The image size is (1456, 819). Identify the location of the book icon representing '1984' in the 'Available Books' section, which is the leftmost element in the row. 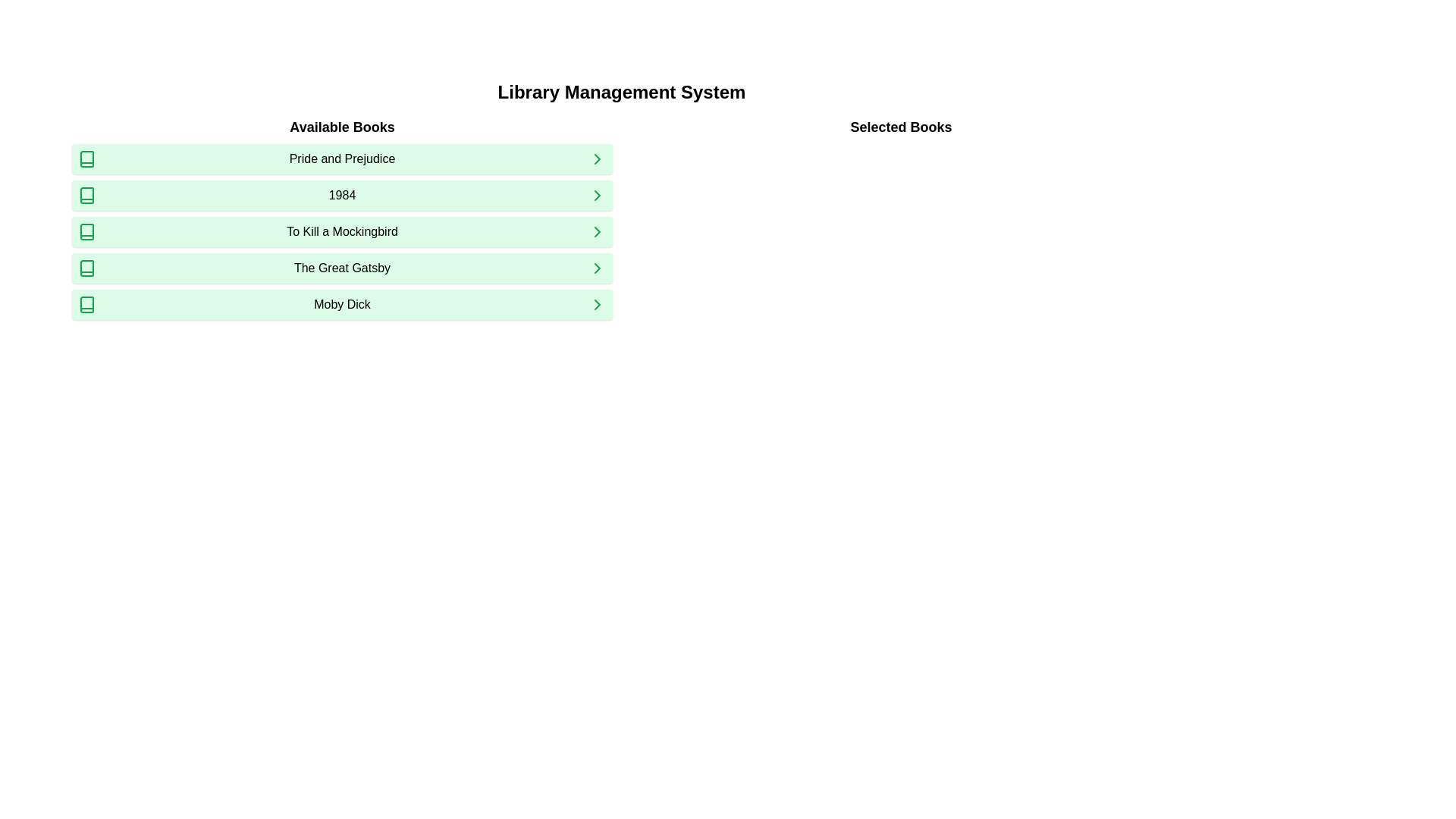
(86, 195).